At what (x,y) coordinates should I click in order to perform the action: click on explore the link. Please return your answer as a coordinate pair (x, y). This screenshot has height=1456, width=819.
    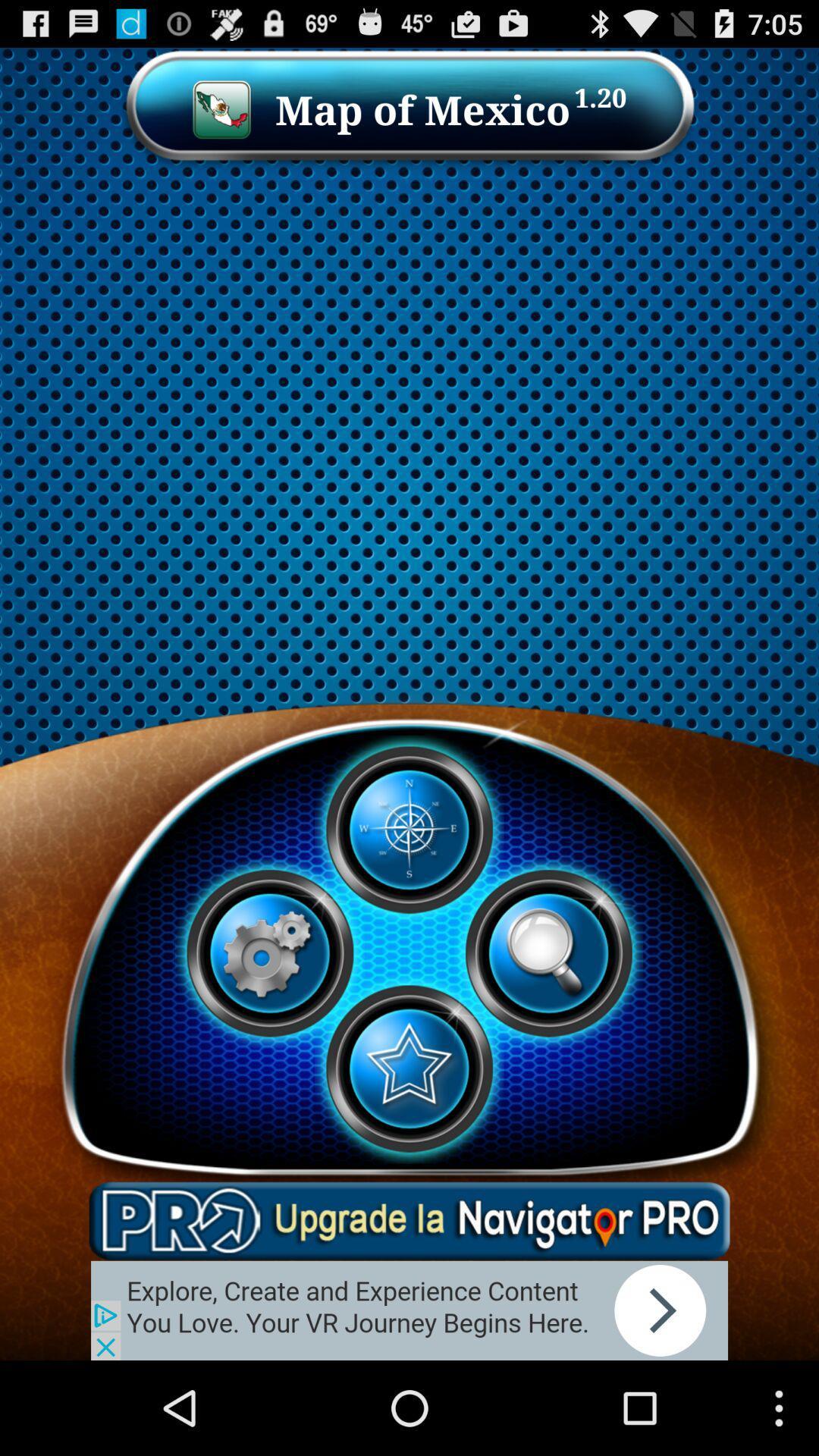
    Looking at the image, I should click on (409, 1310).